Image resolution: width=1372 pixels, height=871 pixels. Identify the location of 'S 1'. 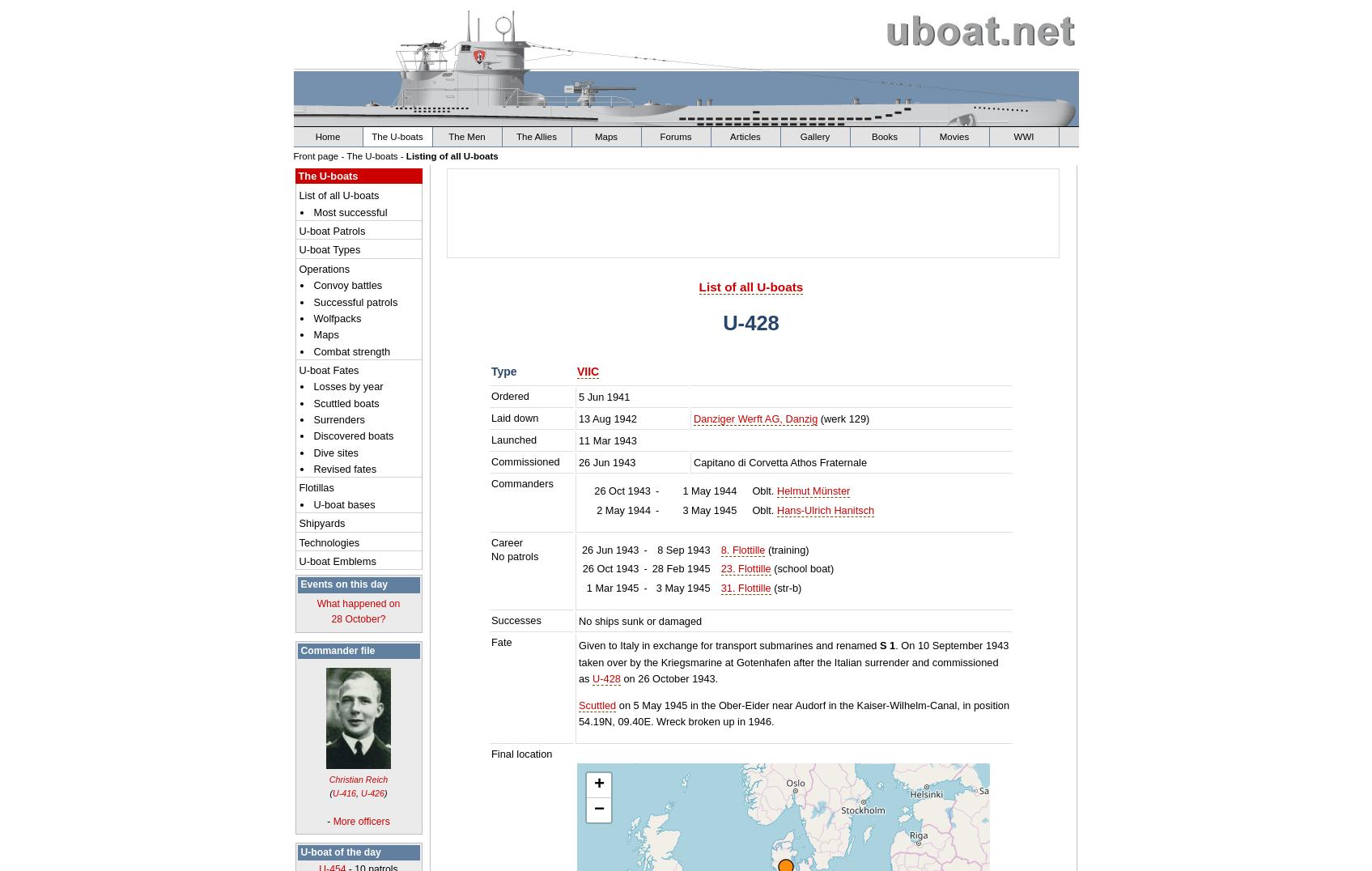
(887, 645).